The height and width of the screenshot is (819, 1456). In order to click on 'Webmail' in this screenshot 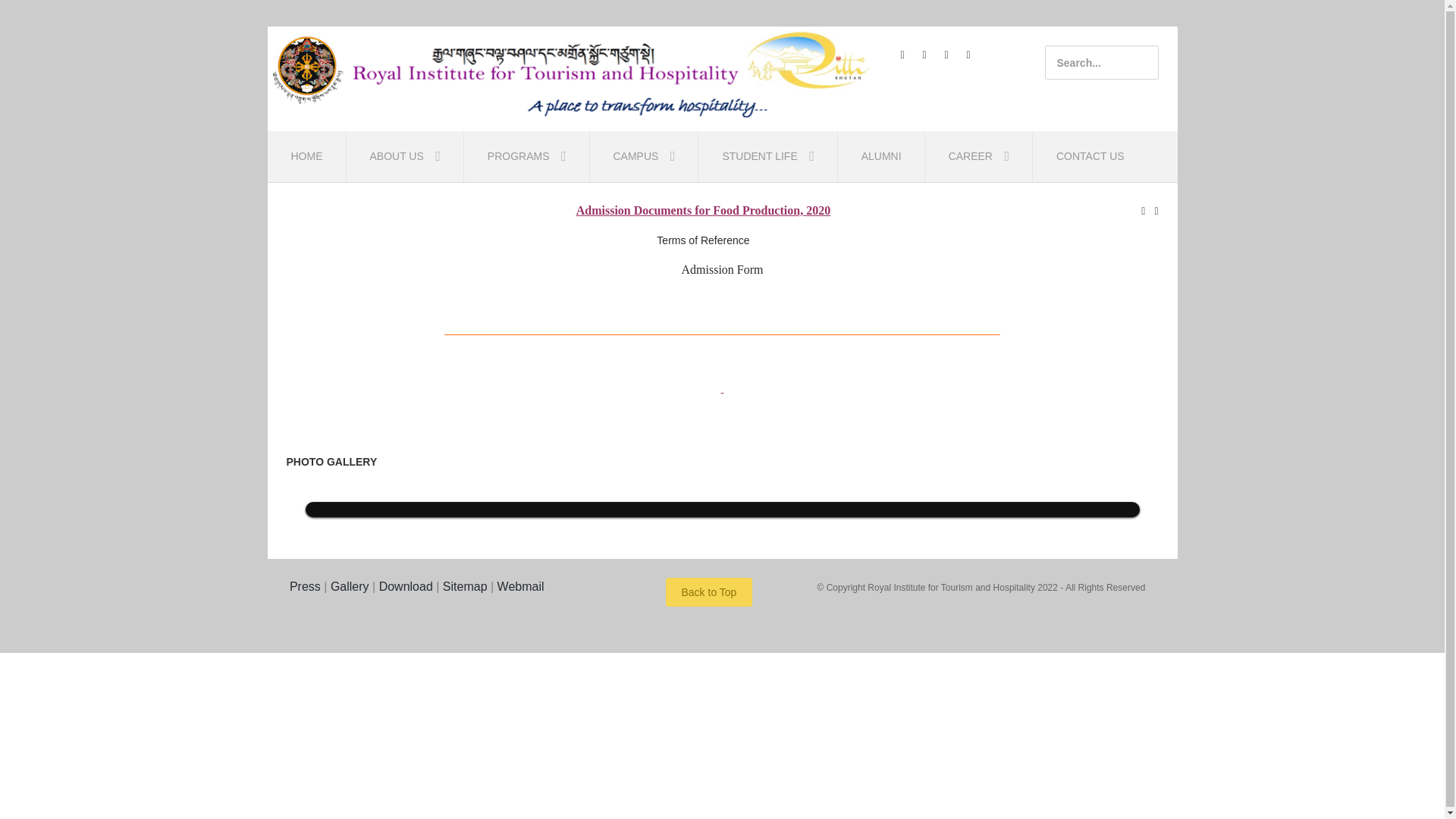, I will do `click(520, 585)`.